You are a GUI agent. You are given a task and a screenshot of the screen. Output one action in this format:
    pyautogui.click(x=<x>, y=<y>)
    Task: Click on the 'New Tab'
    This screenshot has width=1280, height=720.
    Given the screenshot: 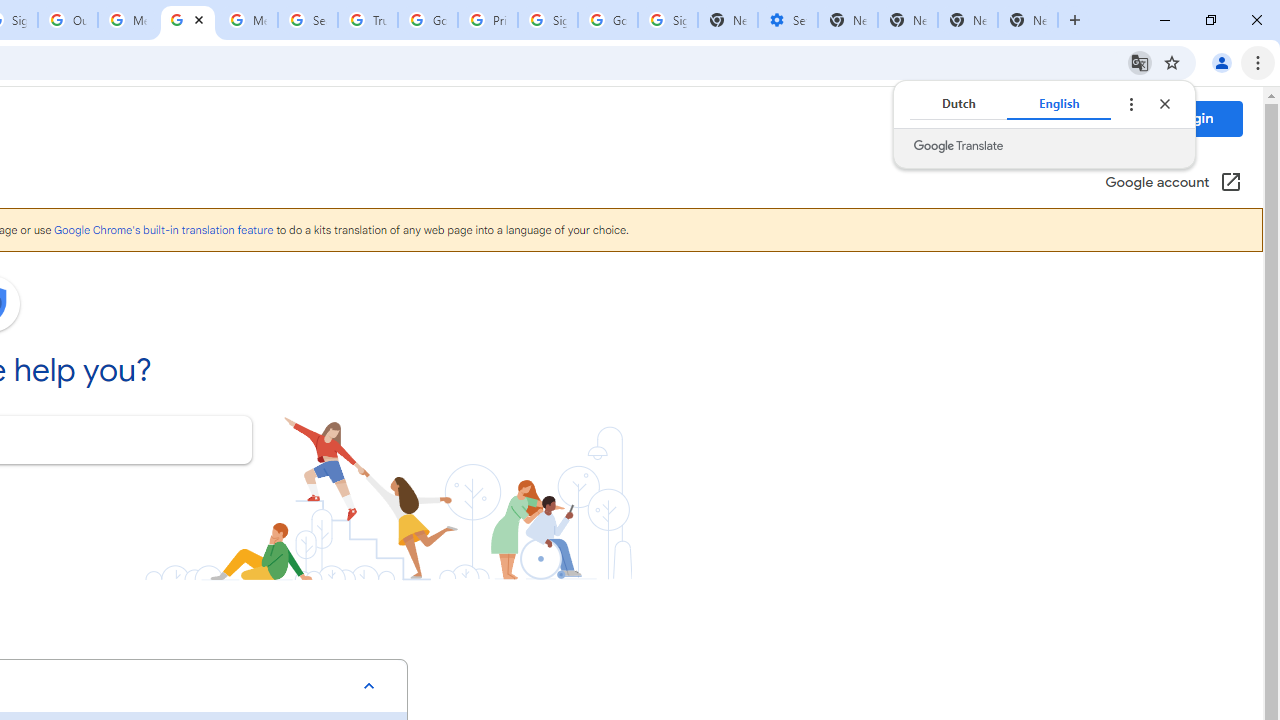 What is the action you would take?
    pyautogui.click(x=1028, y=20)
    